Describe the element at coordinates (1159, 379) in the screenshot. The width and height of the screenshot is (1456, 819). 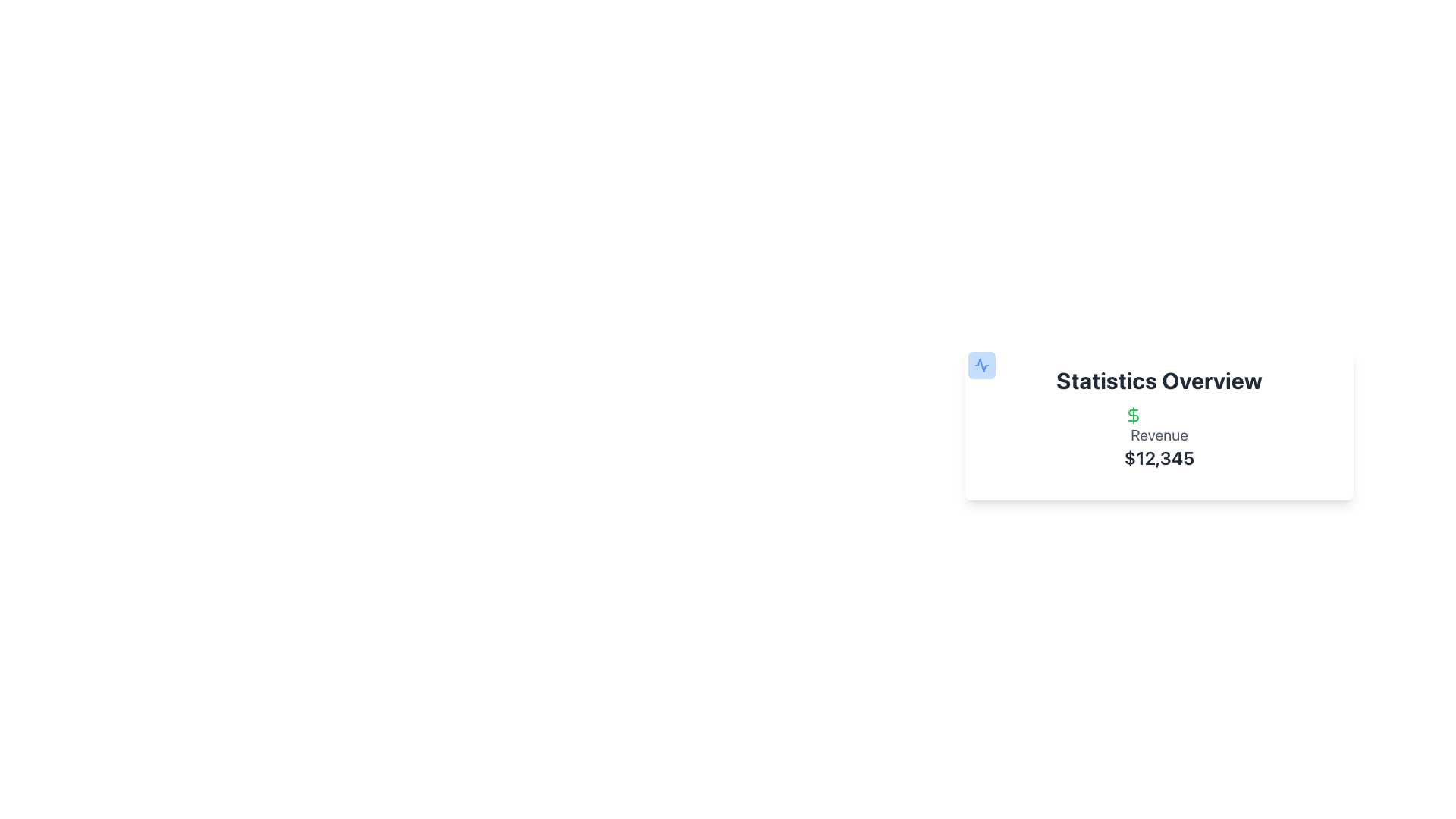
I see `text 'Statistics Overview' located at the top center of a white box with rounded corners and shadow styling` at that location.